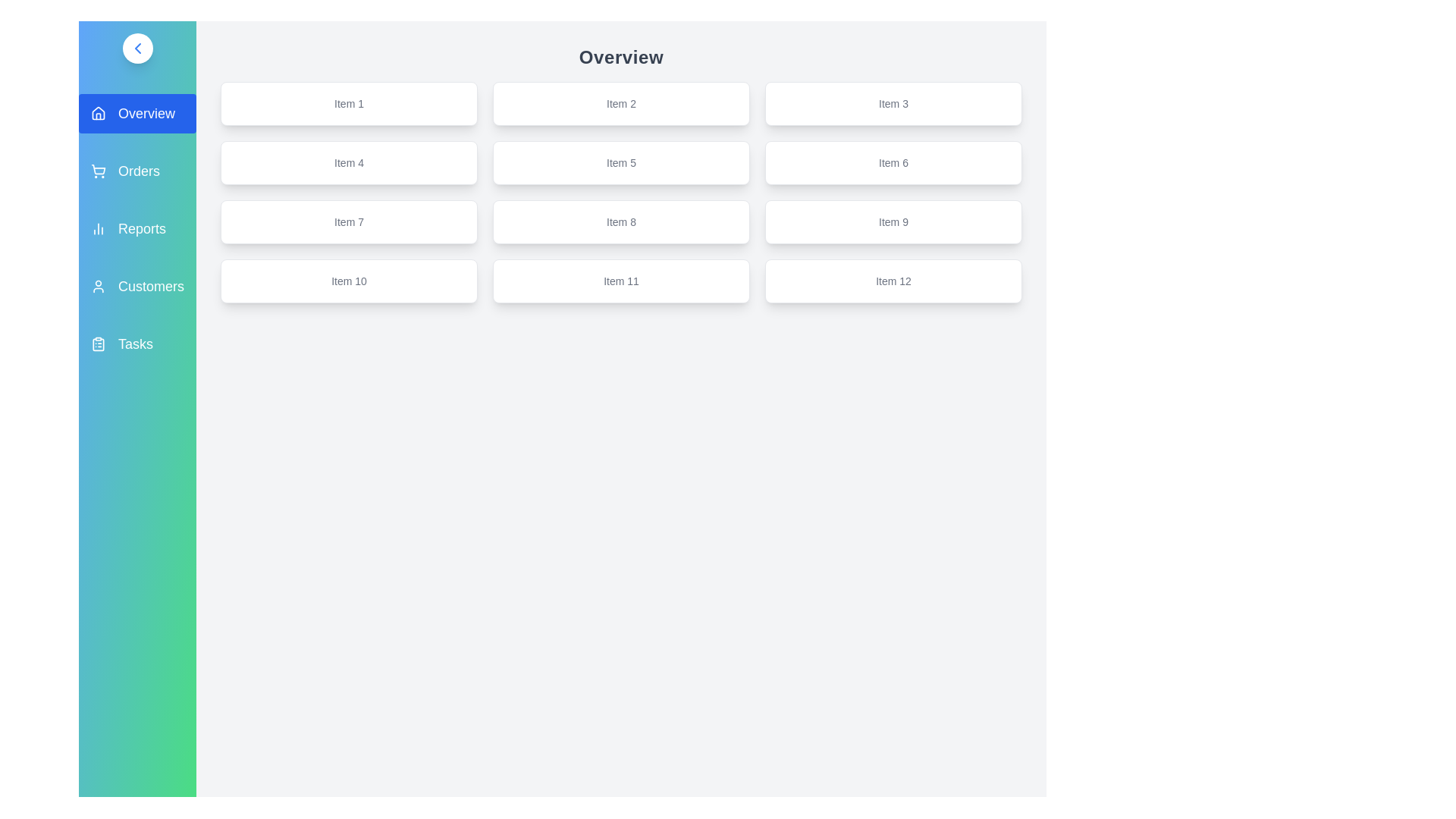  I want to click on the sidebar menu item labeled Orders, so click(137, 171).